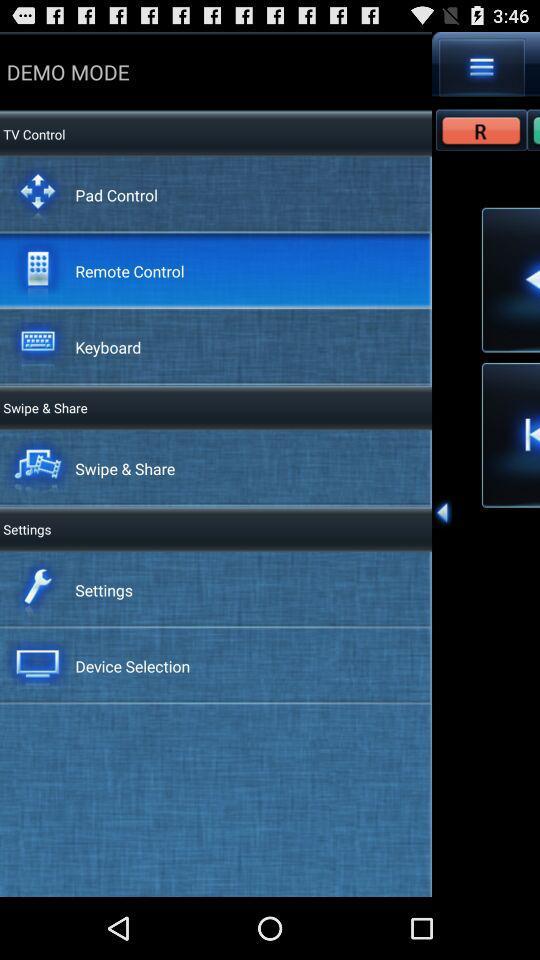 The height and width of the screenshot is (960, 540). Describe the element at coordinates (132, 666) in the screenshot. I see `device selection` at that location.